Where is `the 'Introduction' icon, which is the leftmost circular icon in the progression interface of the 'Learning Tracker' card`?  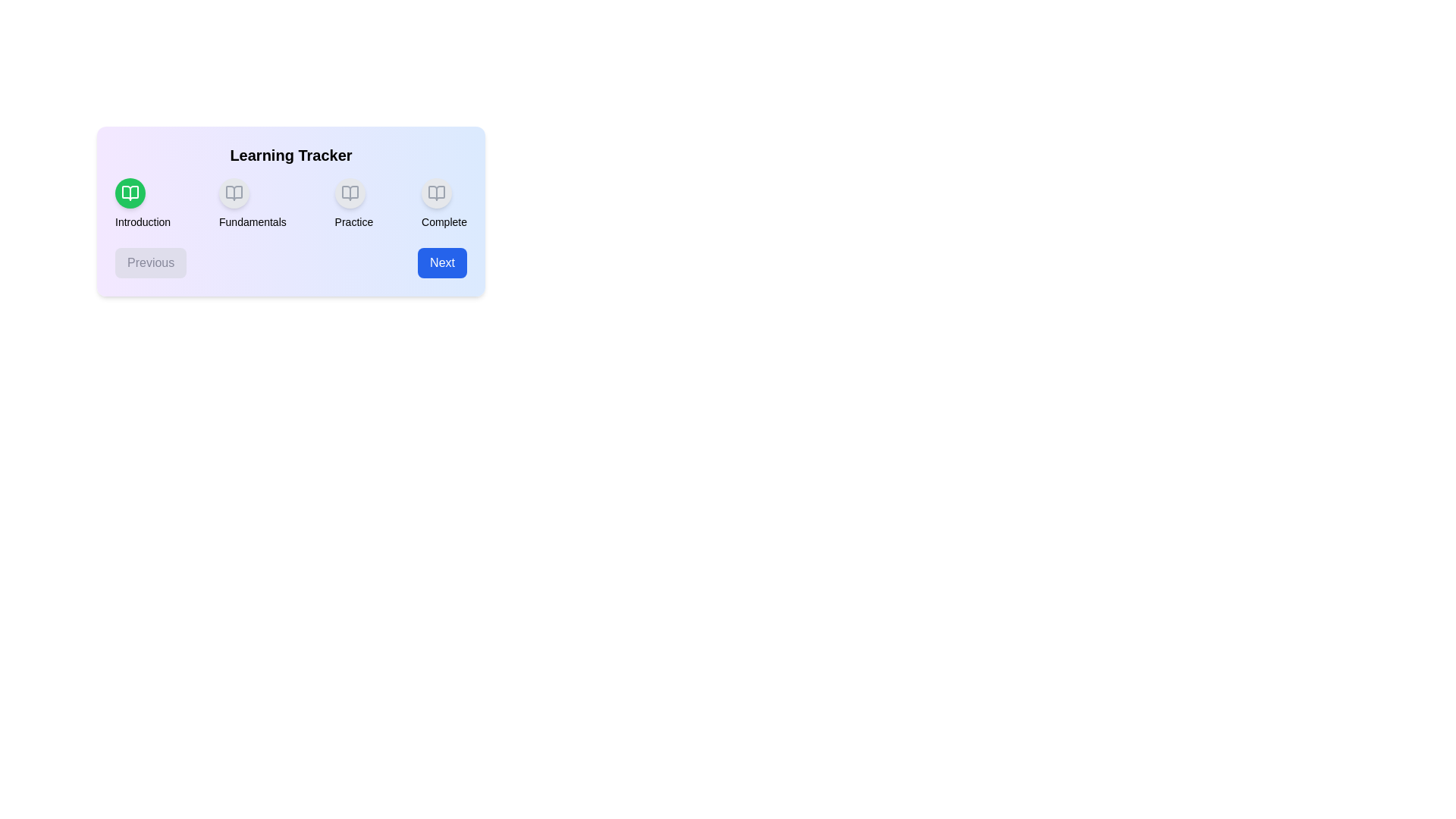
the 'Introduction' icon, which is the leftmost circular icon in the progression interface of the 'Learning Tracker' card is located at coordinates (130, 192).